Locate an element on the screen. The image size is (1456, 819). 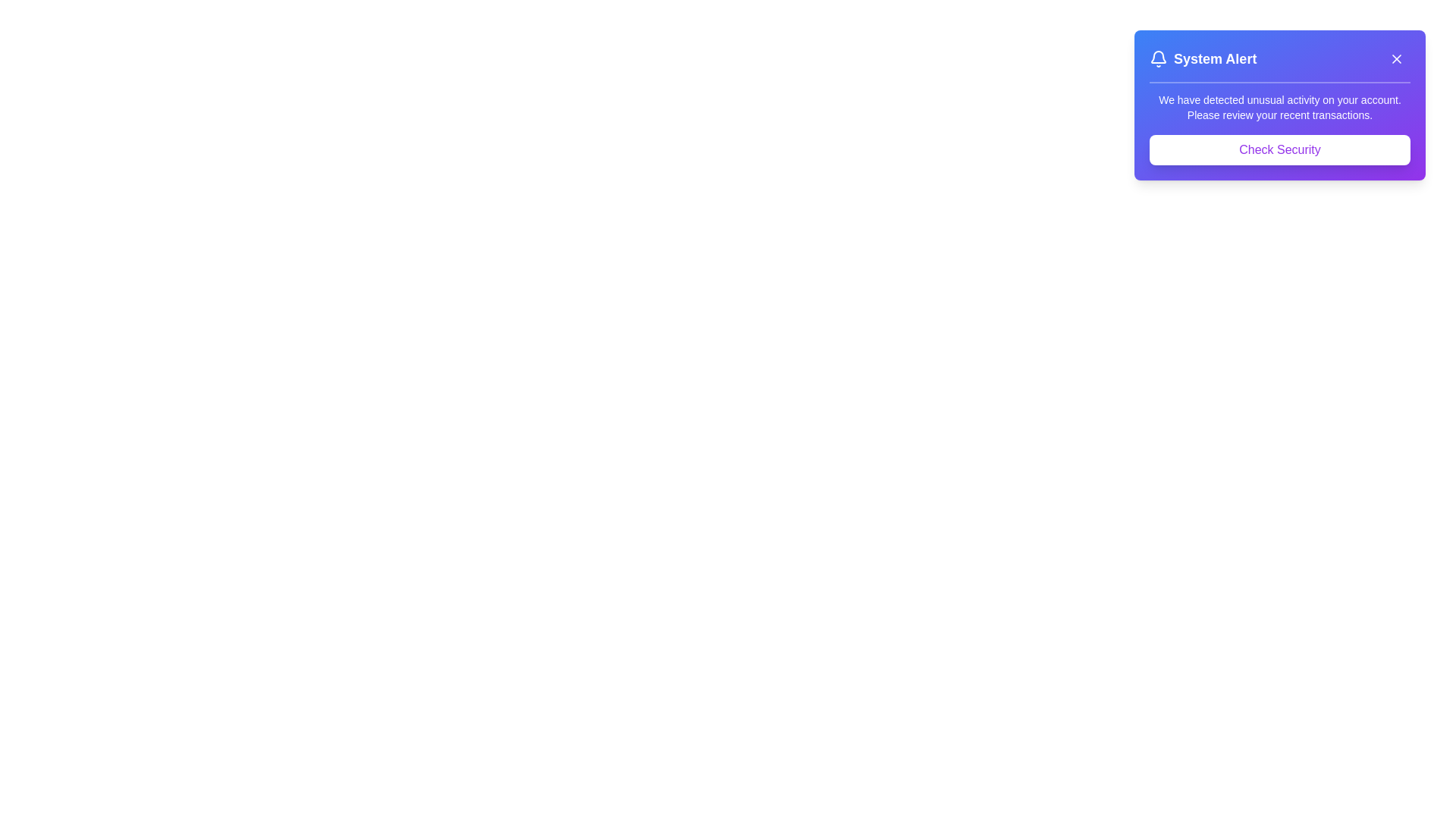
the close button in the top-right corner of the alert banner to dismiss it is located at coordinates (1396, 58).